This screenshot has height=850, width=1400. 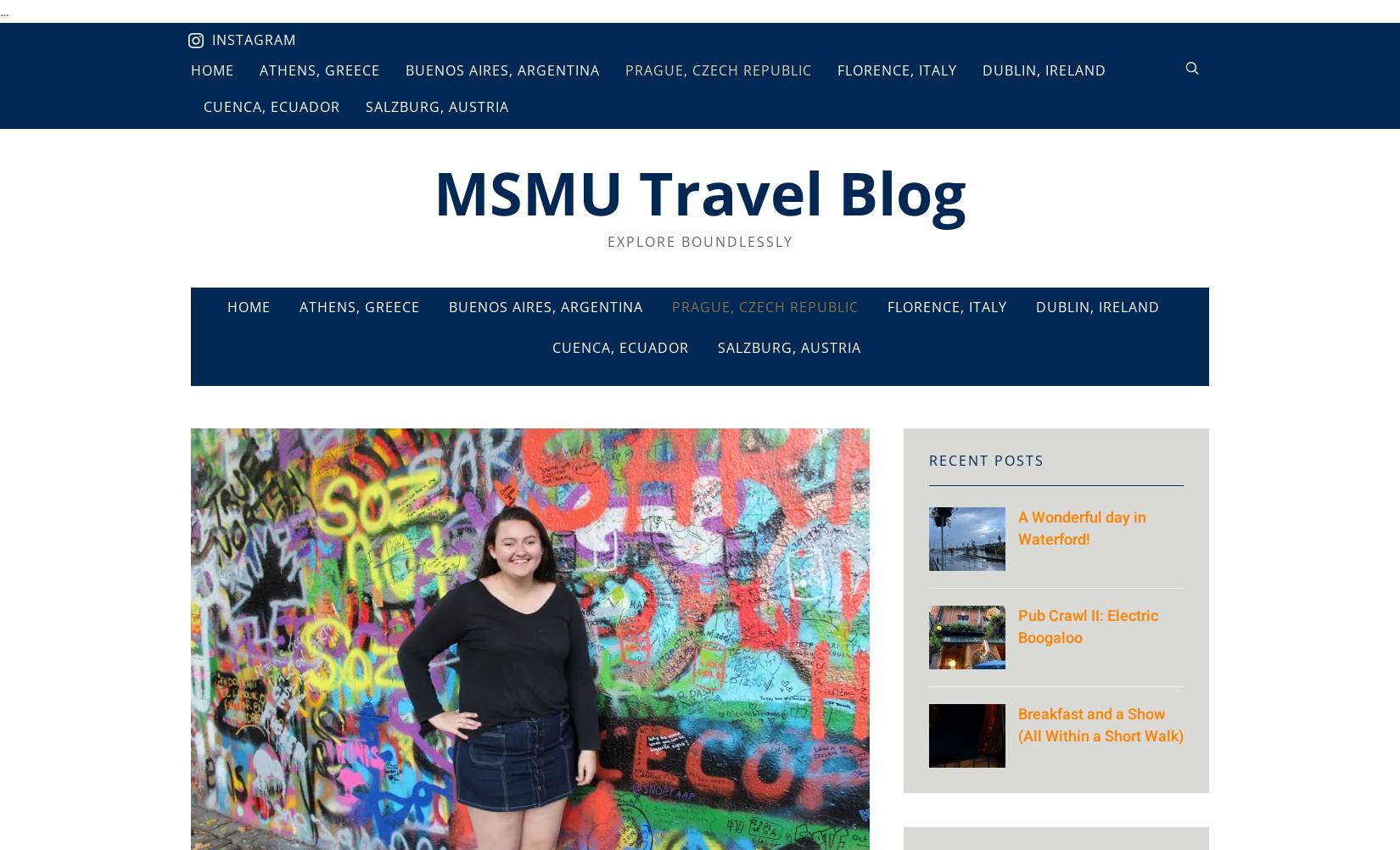 I want to click on 'Dublin, Ireland', so click(x=1096, y=307).